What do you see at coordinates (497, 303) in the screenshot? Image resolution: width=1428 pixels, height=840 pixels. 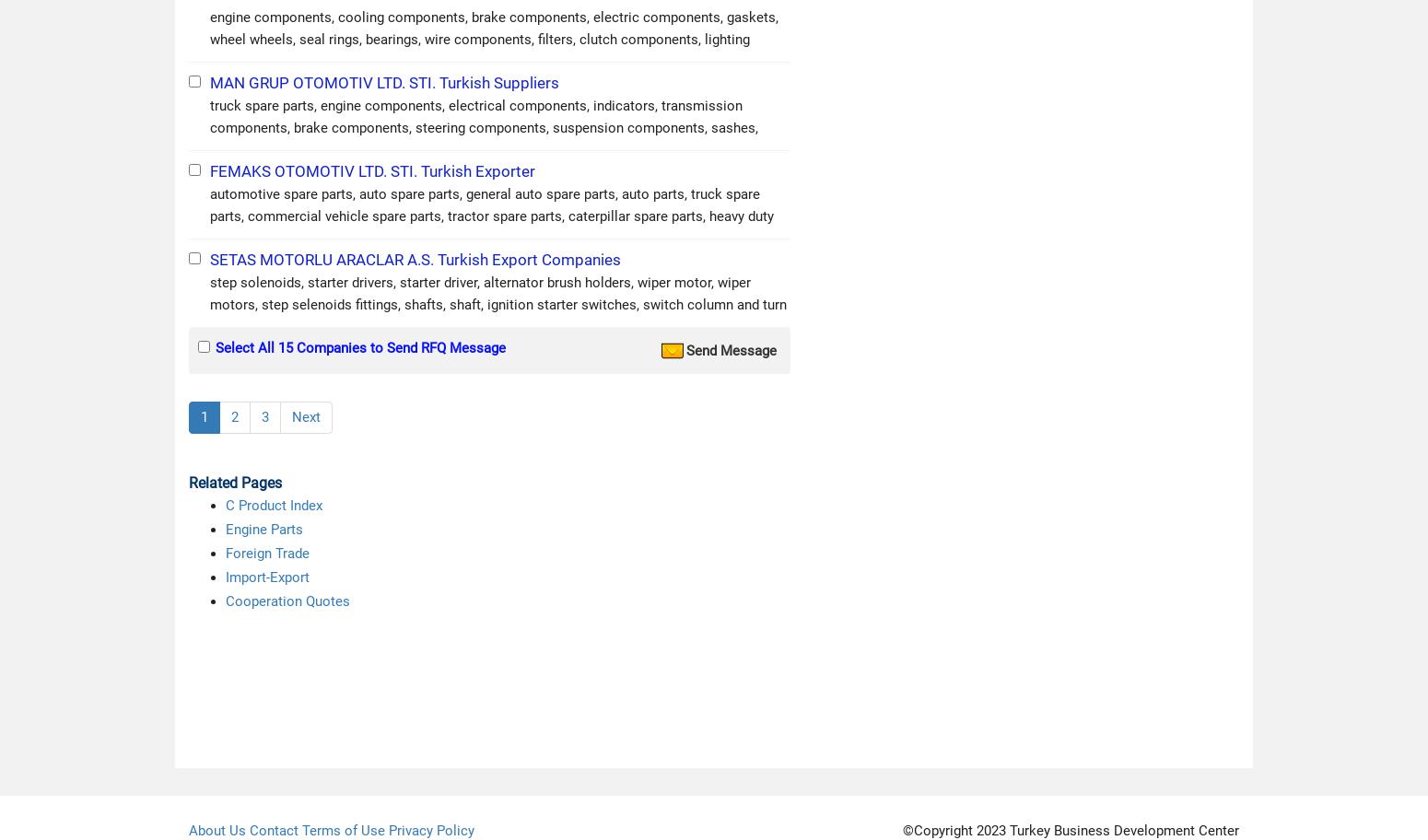 I see `'step solenoids, starter drivers, starter driver, alternator brush holders, wiper motor, wiper motors, step selenoids fittings, shafts, shaft, ignition starter switches, switch column and turn signal s'` at bounding box center [497, 303].